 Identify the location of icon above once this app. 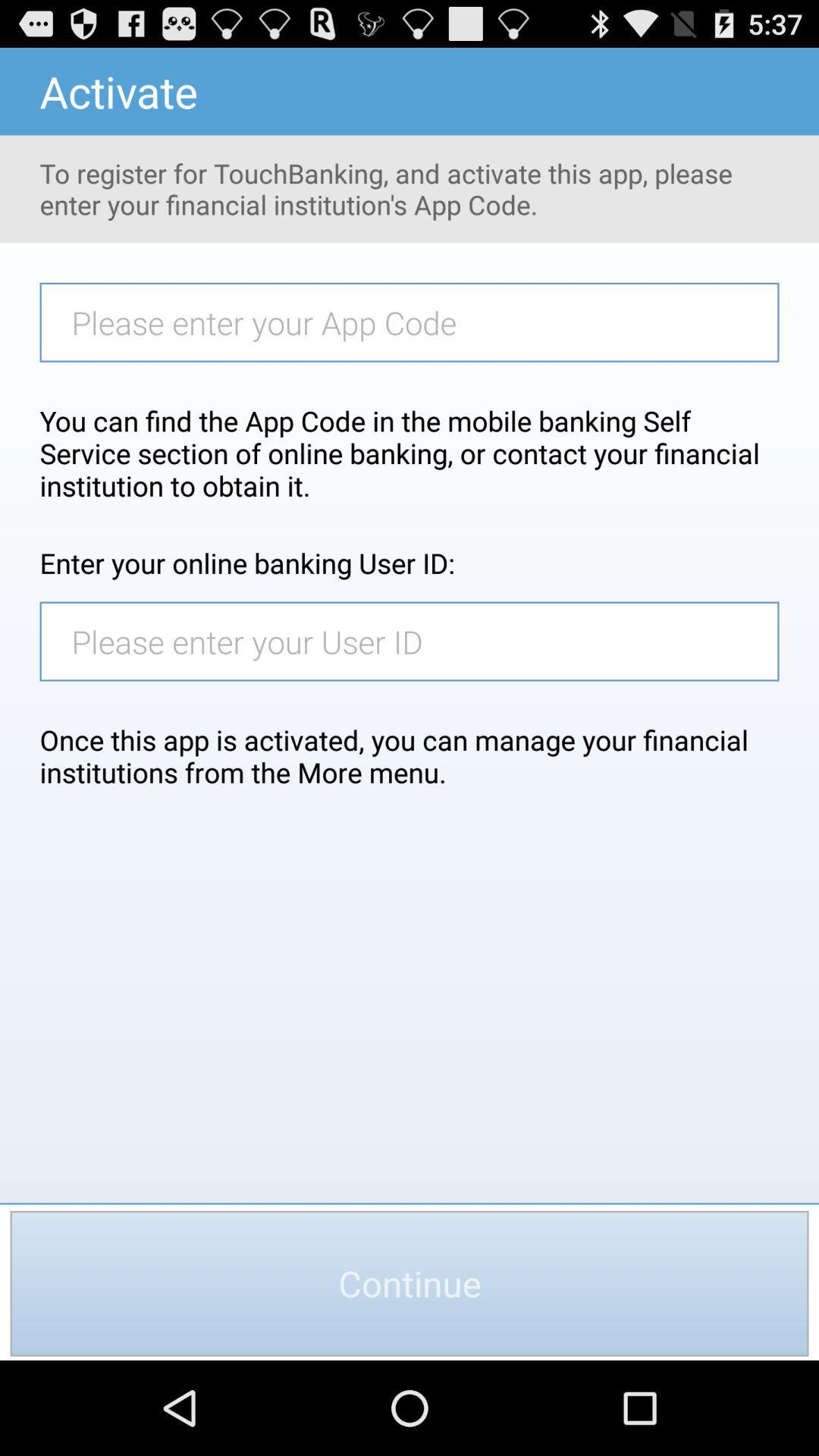
(417, 641).